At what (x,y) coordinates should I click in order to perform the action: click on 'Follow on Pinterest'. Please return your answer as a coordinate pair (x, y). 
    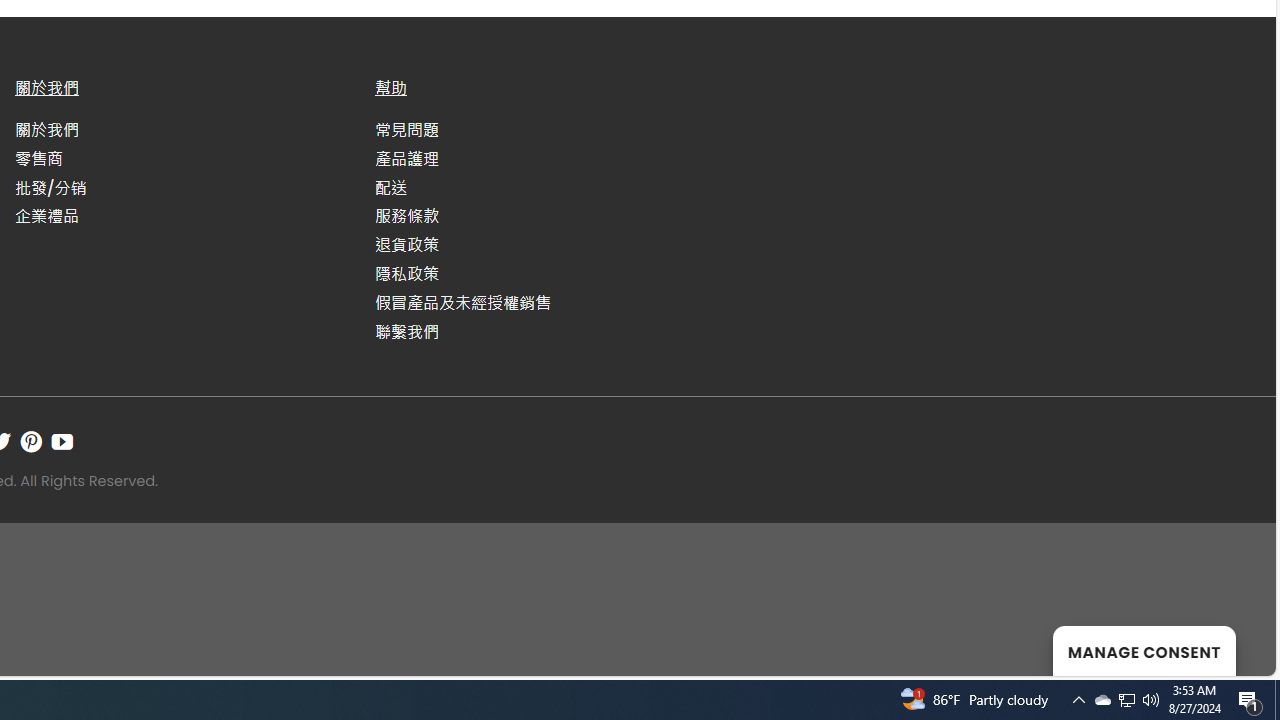
    Looking at the image, I should click on (31, 440).